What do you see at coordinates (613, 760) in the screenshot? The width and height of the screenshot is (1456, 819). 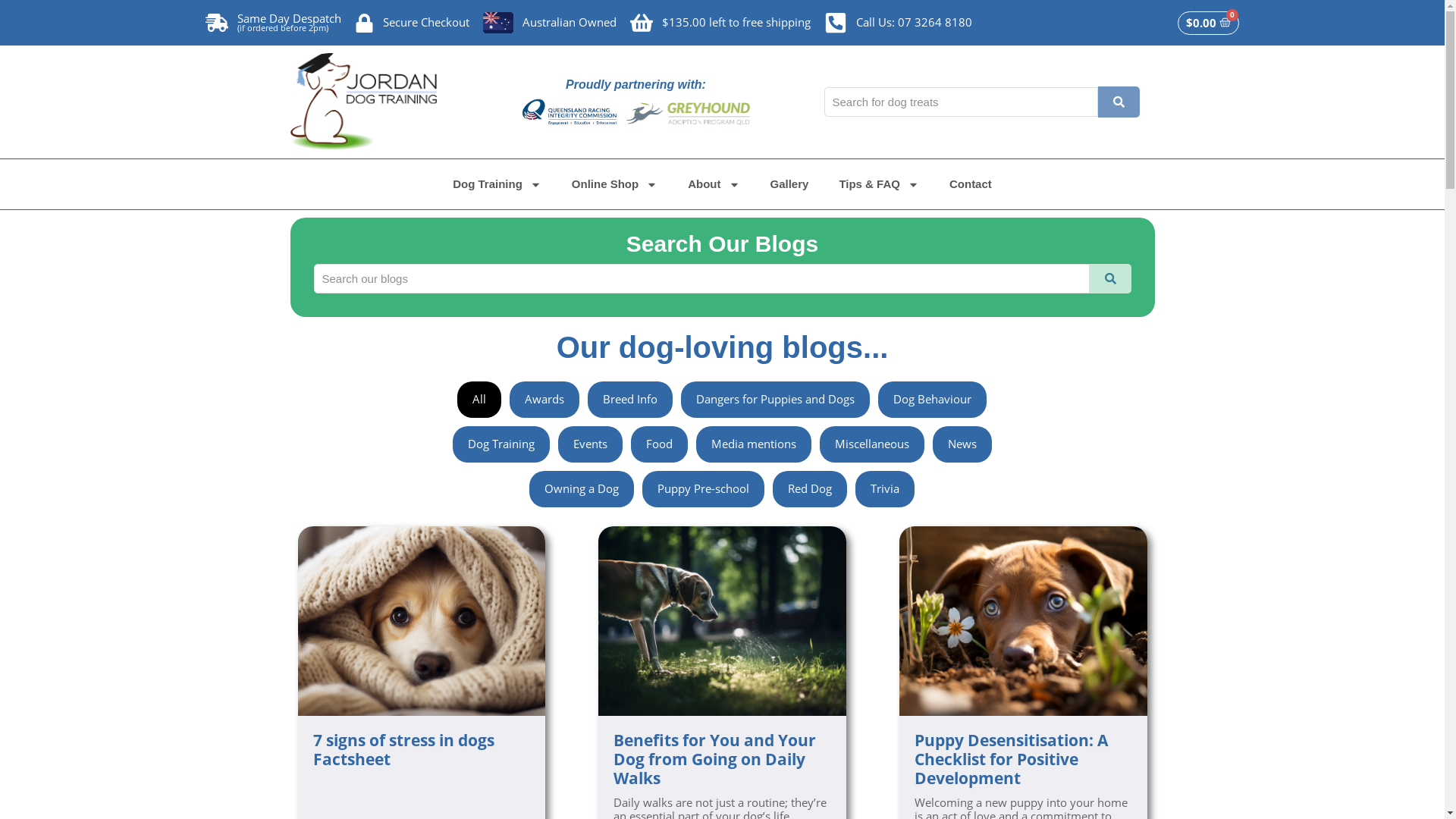 I see `'Benefits for You and Your Dog from Going on Daily Walks'` at bounding box center [613, 760].